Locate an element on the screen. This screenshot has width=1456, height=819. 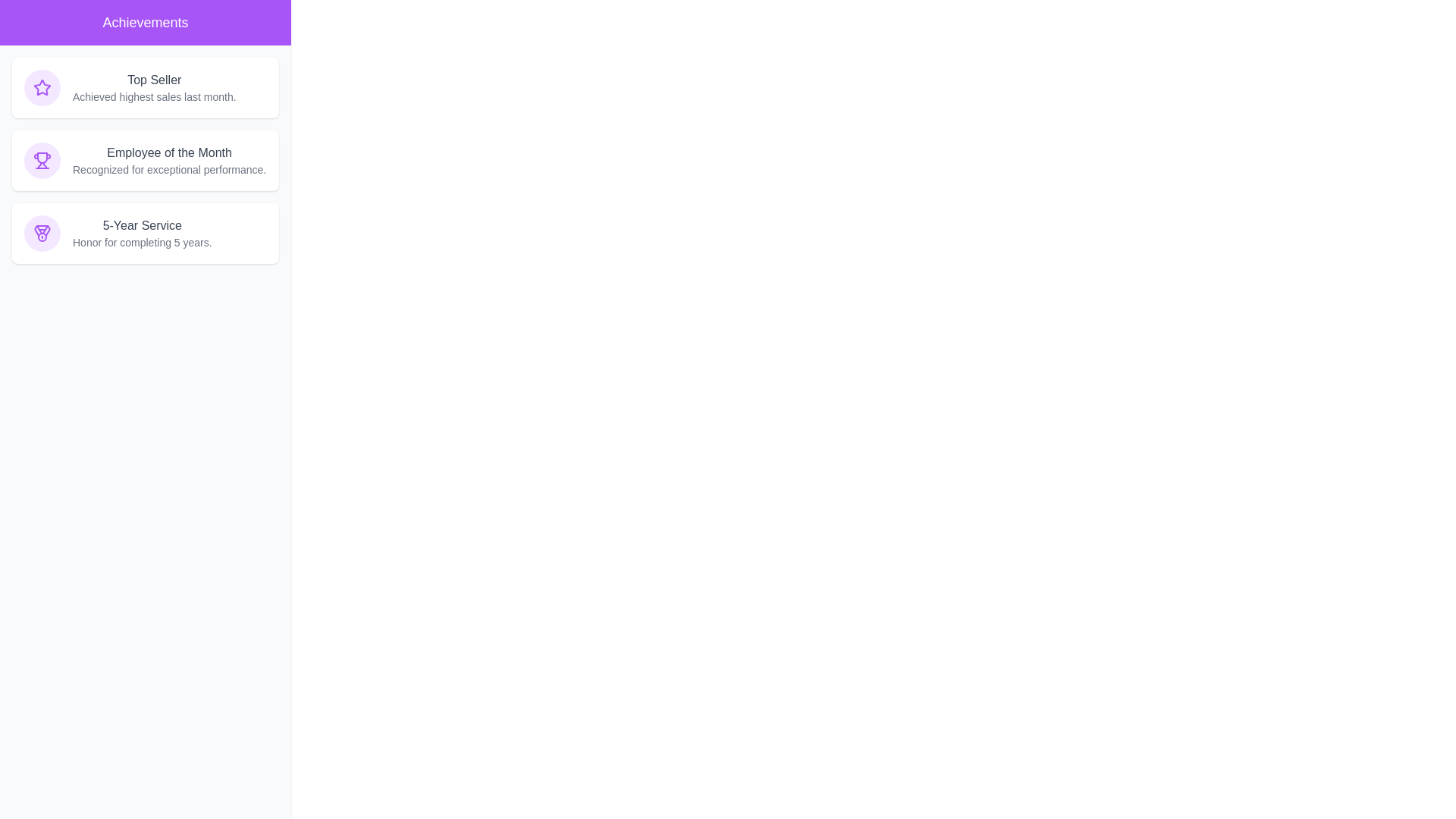
the icon associated with Top Seller is located at coordinates (42, 87).